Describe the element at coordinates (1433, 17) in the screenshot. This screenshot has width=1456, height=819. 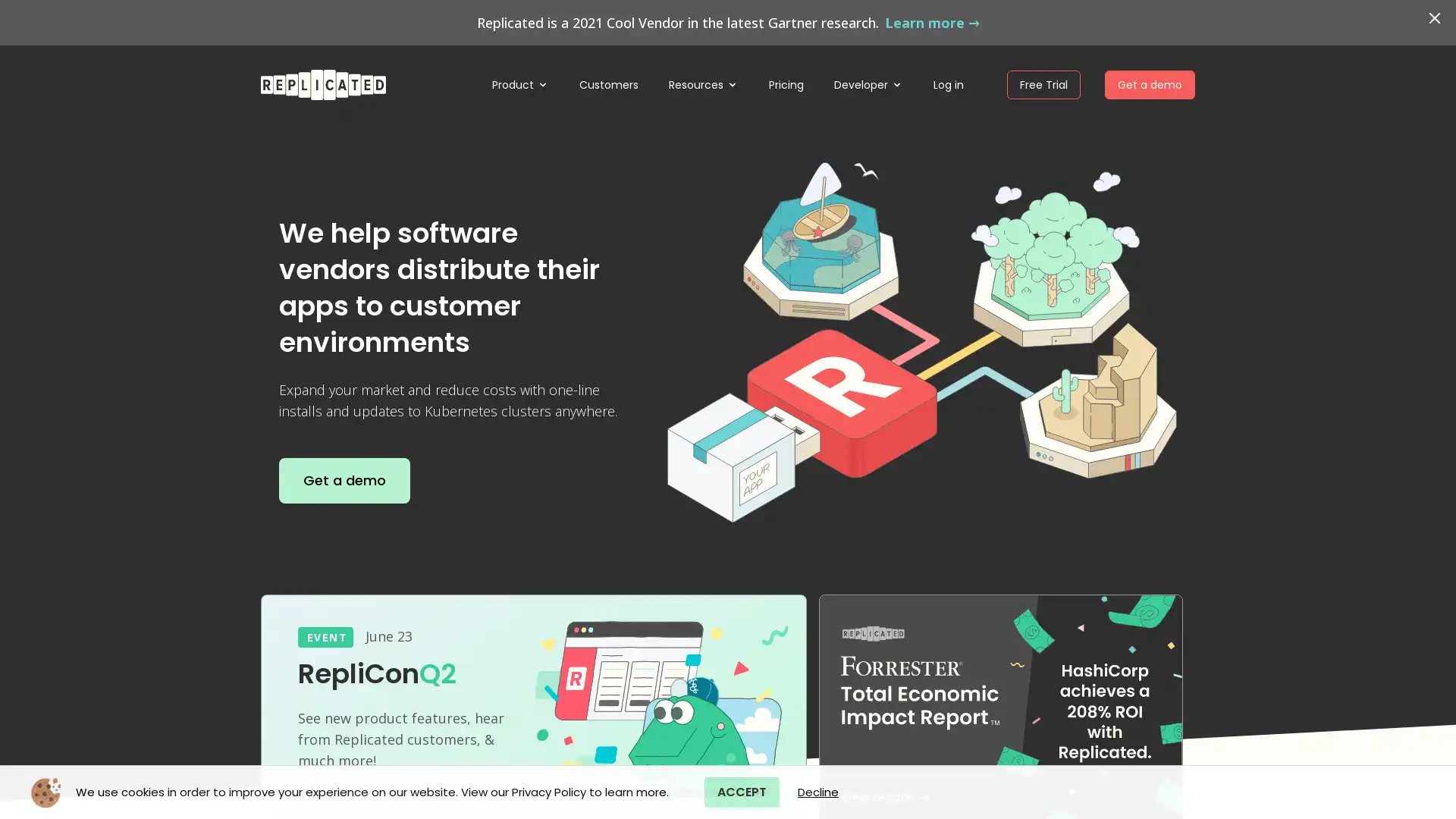
I see `Dismiss` at that location.